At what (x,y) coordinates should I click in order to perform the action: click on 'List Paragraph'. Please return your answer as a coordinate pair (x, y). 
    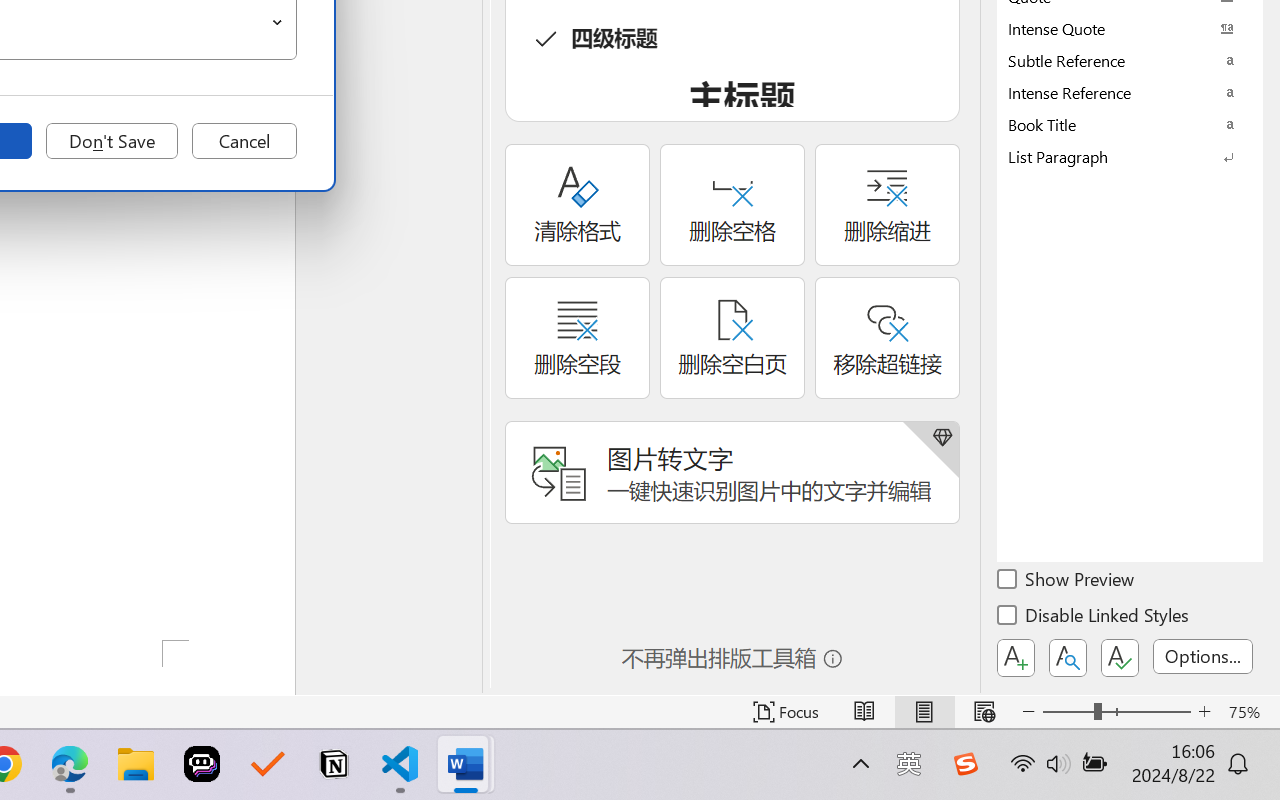
    Looking at the image, I should click on (1130, 156).